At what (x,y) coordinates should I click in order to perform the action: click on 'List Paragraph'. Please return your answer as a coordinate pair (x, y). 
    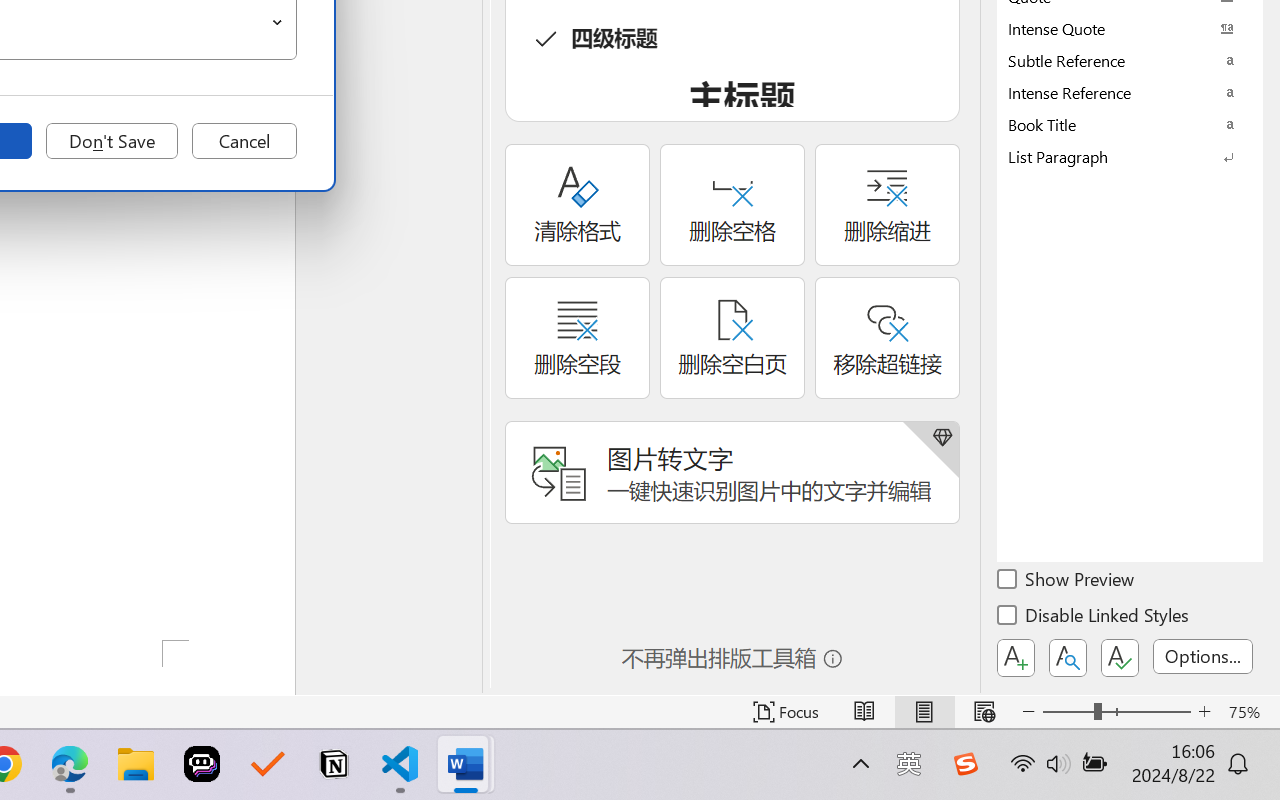
    Looking at the image, I should click on (1130, 156).